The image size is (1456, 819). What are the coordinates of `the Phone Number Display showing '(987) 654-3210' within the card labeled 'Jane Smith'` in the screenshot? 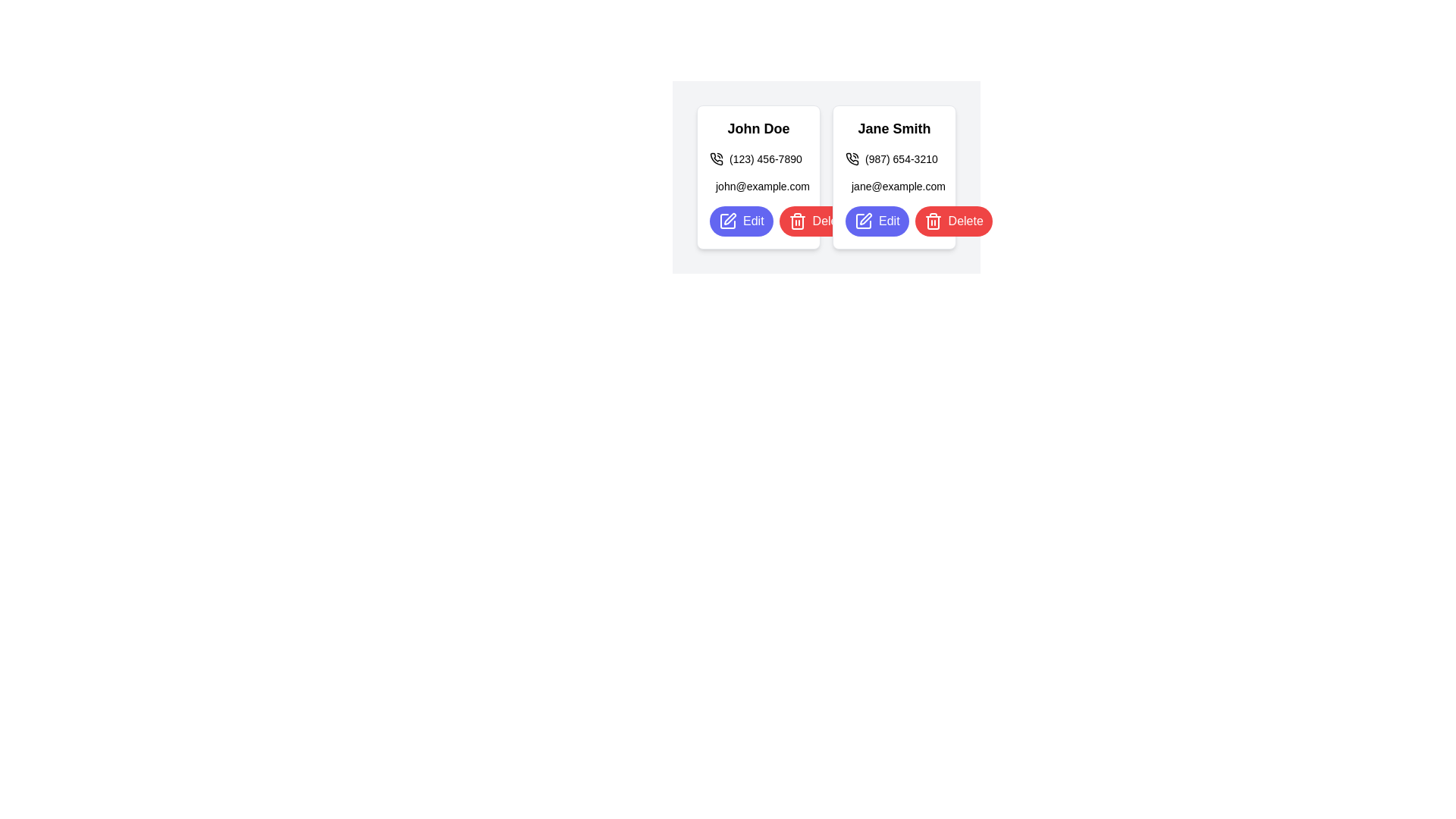 It's located at (894, 158).